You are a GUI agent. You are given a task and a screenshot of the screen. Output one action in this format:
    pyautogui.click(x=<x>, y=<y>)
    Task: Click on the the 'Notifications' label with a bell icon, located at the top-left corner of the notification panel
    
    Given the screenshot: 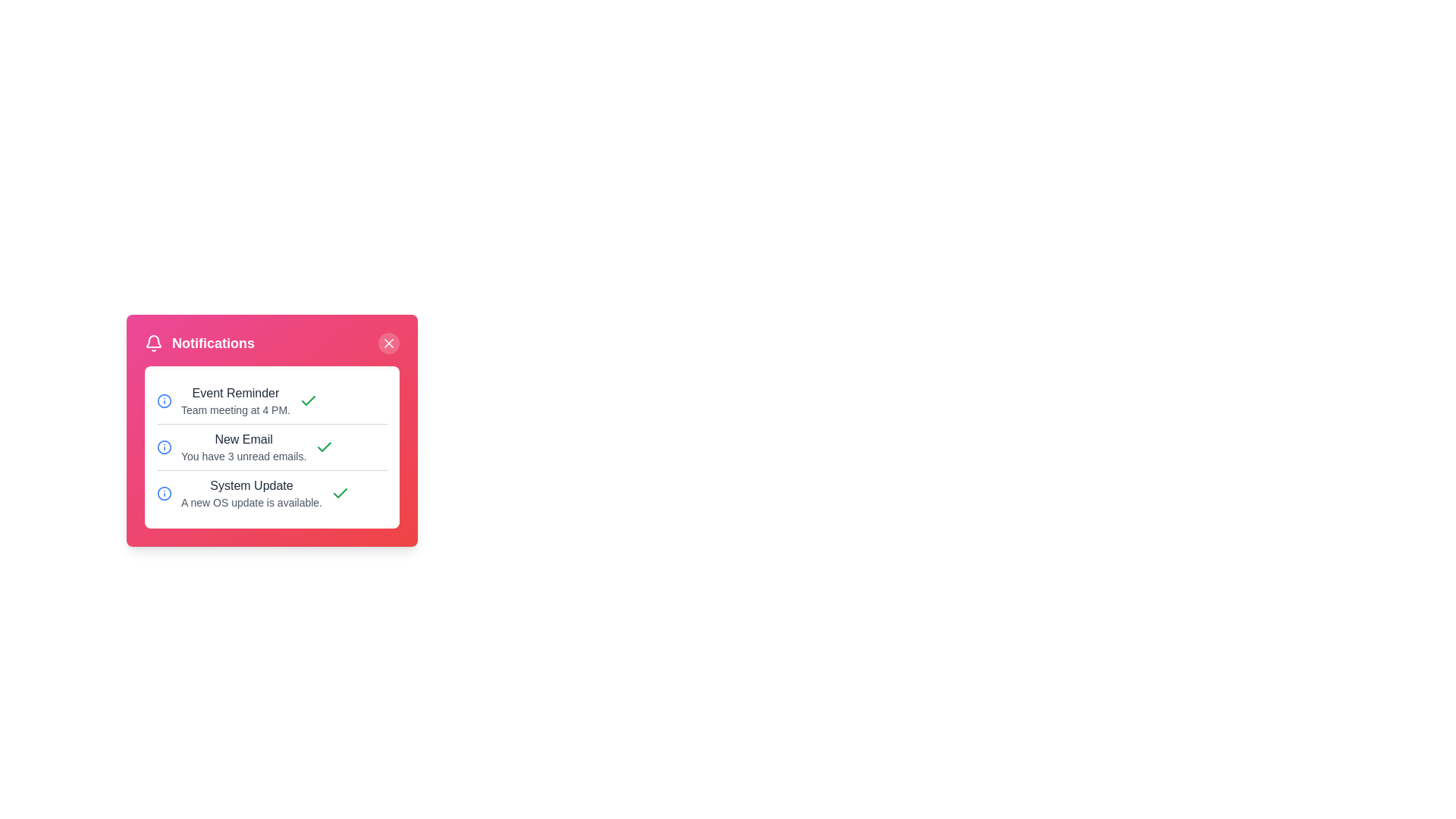 What is the action you would take?
    pyautogui.click(x=199, y=343)
    